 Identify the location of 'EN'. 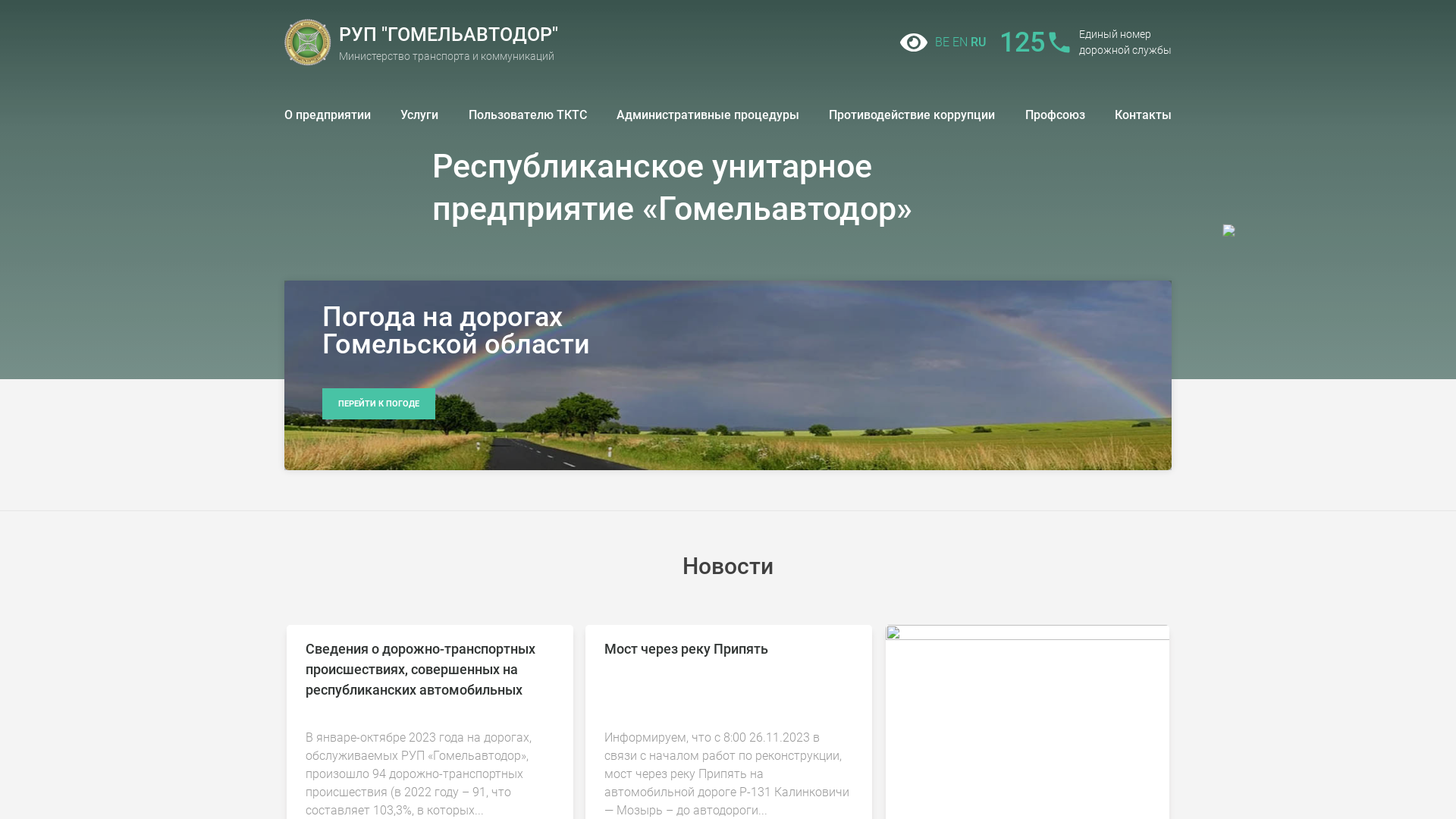
(959, 41).